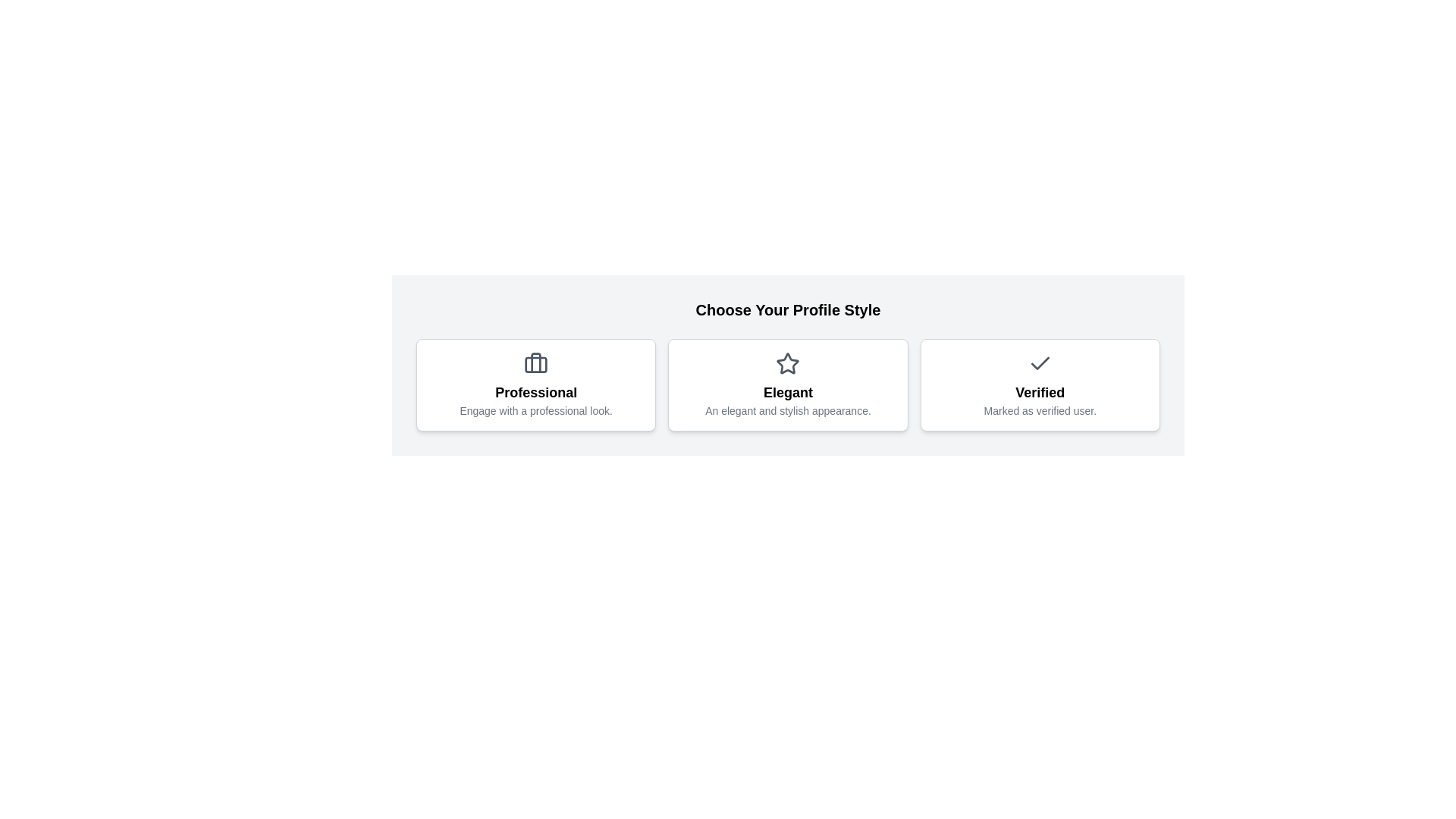 The width and height of the screenshot is (1456, 819). Describe the element at coordinates (787, 384) in the screenshot. I see `the profile style Elegant by clicking on its respective button` at that location.